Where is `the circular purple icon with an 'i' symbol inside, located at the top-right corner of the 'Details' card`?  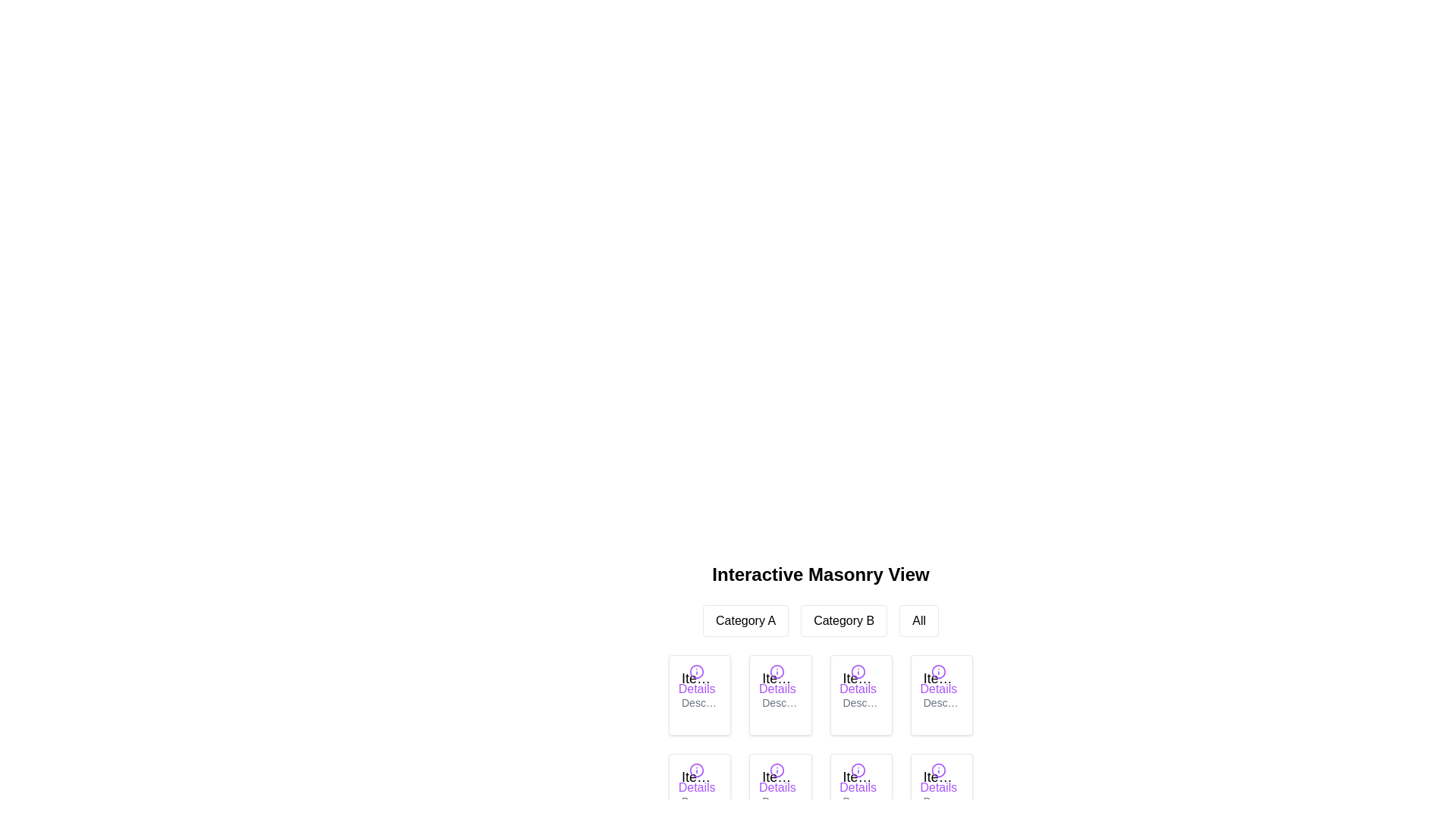 the circular purple icon with an 'i' symbol inside, located at the top-right corner of the 'Details' card is located at coordinates (696, 770).